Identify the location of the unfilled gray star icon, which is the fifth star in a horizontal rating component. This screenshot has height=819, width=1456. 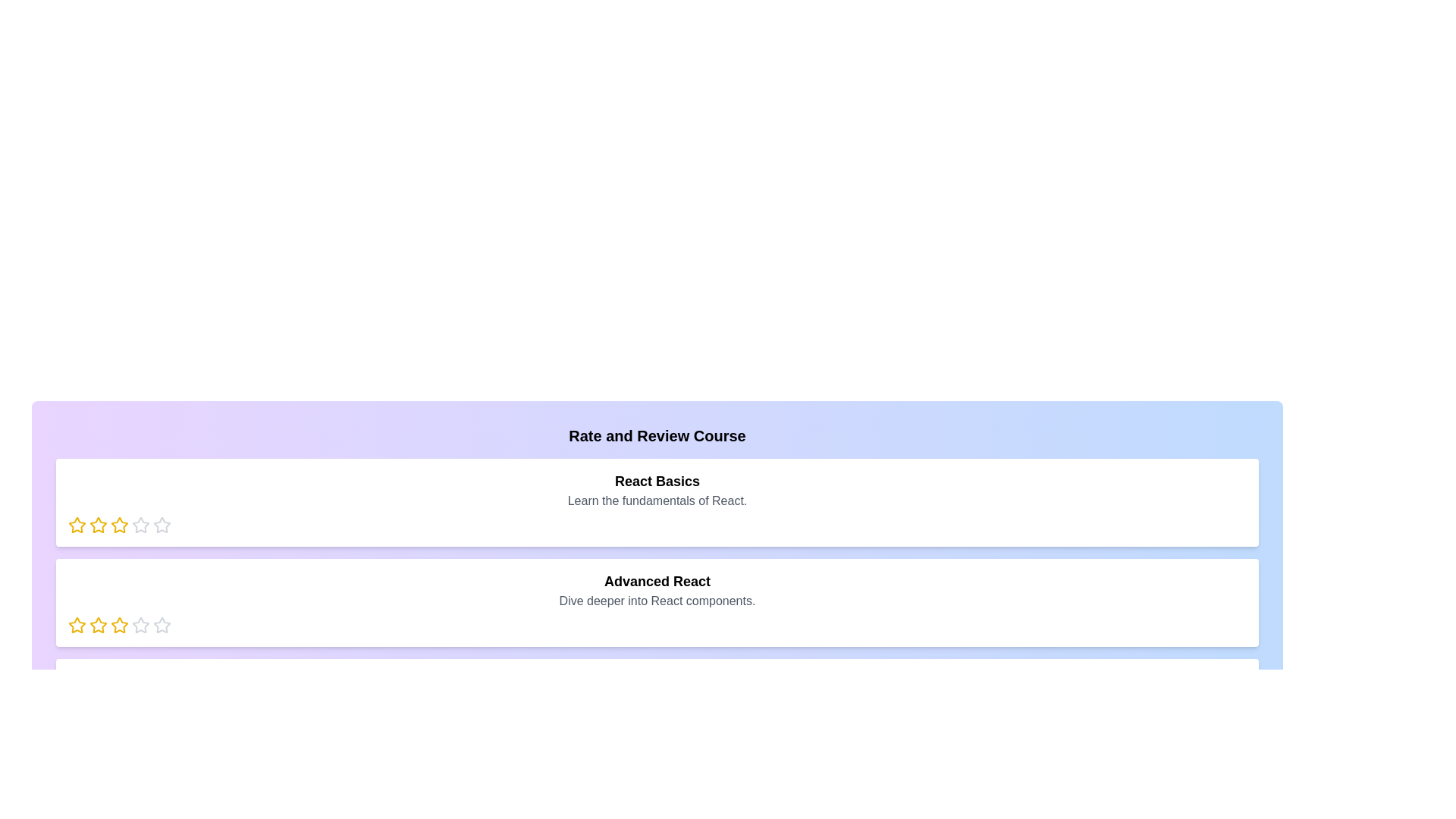
(162, 525).